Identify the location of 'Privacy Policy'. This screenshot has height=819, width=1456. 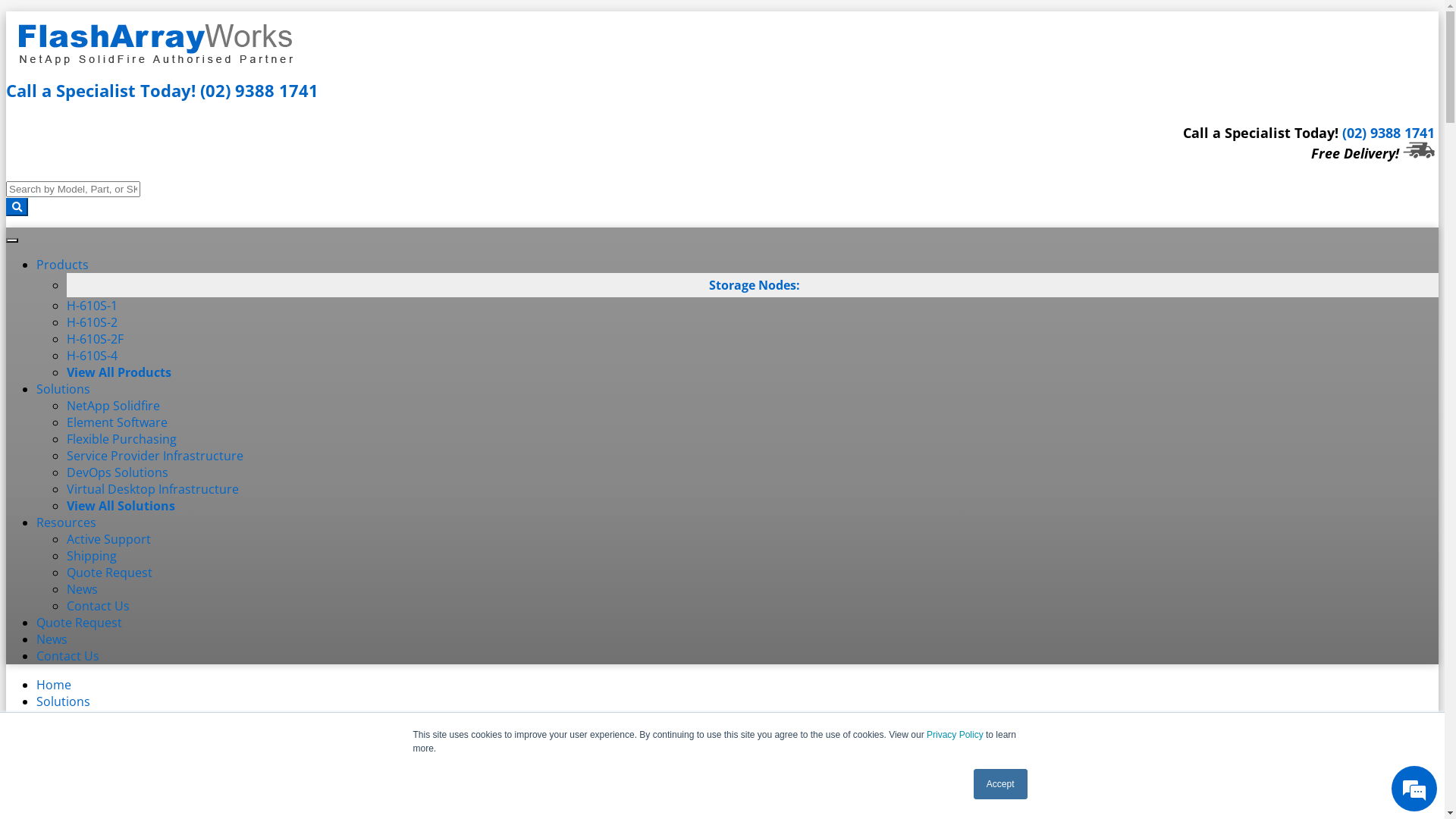
(954, 733).